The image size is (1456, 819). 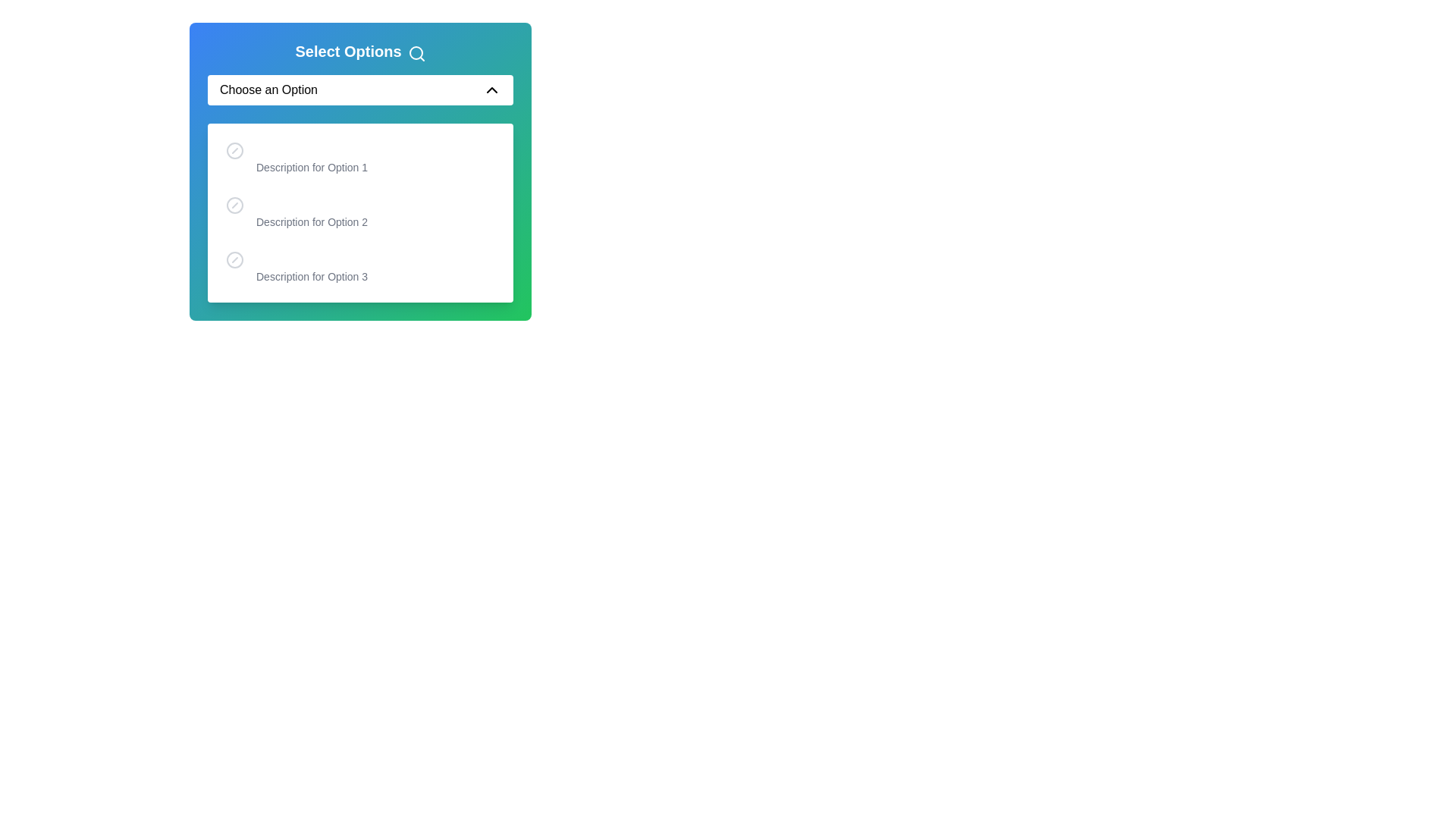 I want to click on the static text element that reads 'Description for Option 1', which is located below the bold title 'Option 1' in the dropdown menu, so click(x=311, y=167).